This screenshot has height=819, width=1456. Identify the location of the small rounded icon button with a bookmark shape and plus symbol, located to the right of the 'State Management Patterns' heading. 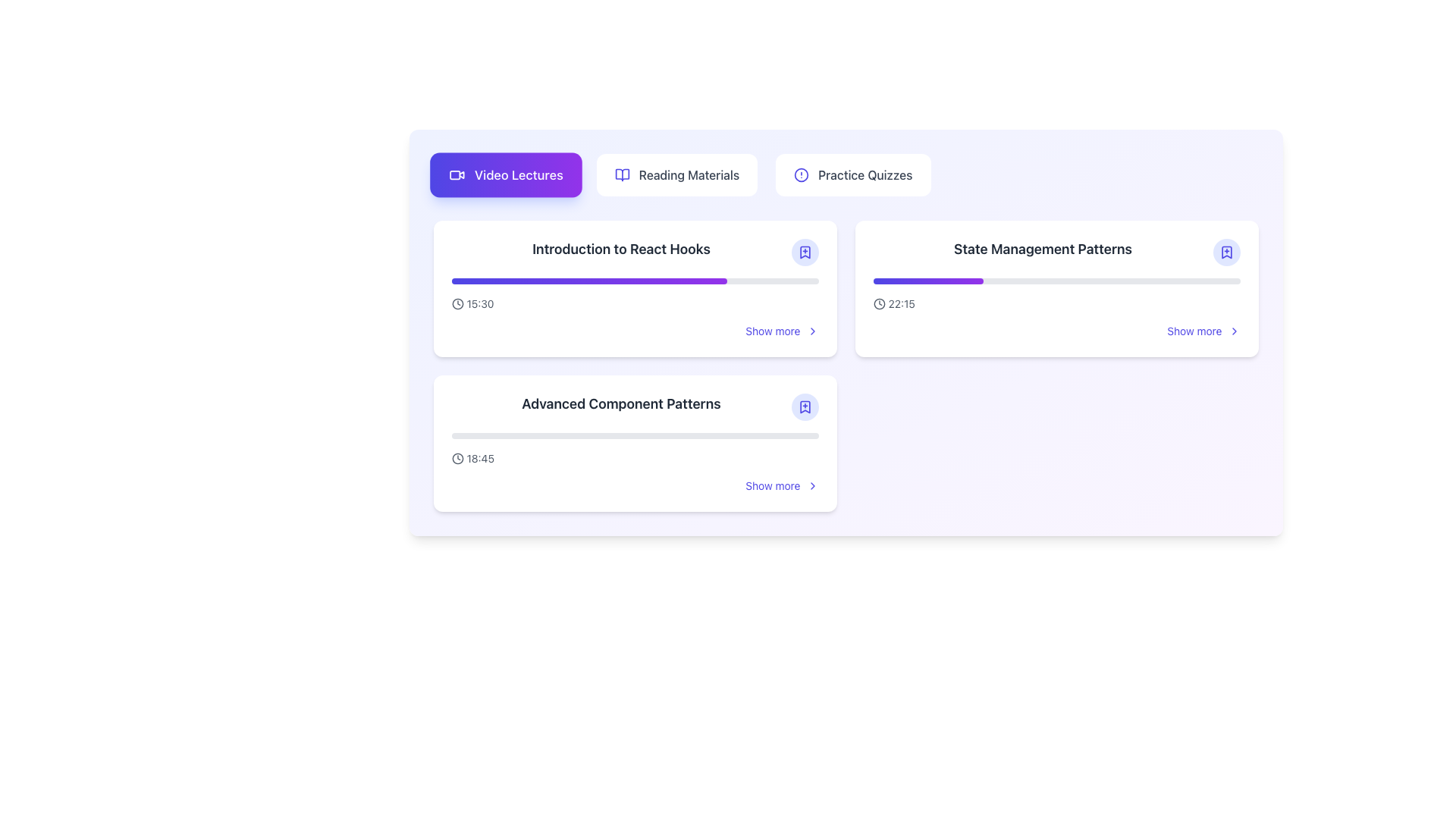
(1226, 251).